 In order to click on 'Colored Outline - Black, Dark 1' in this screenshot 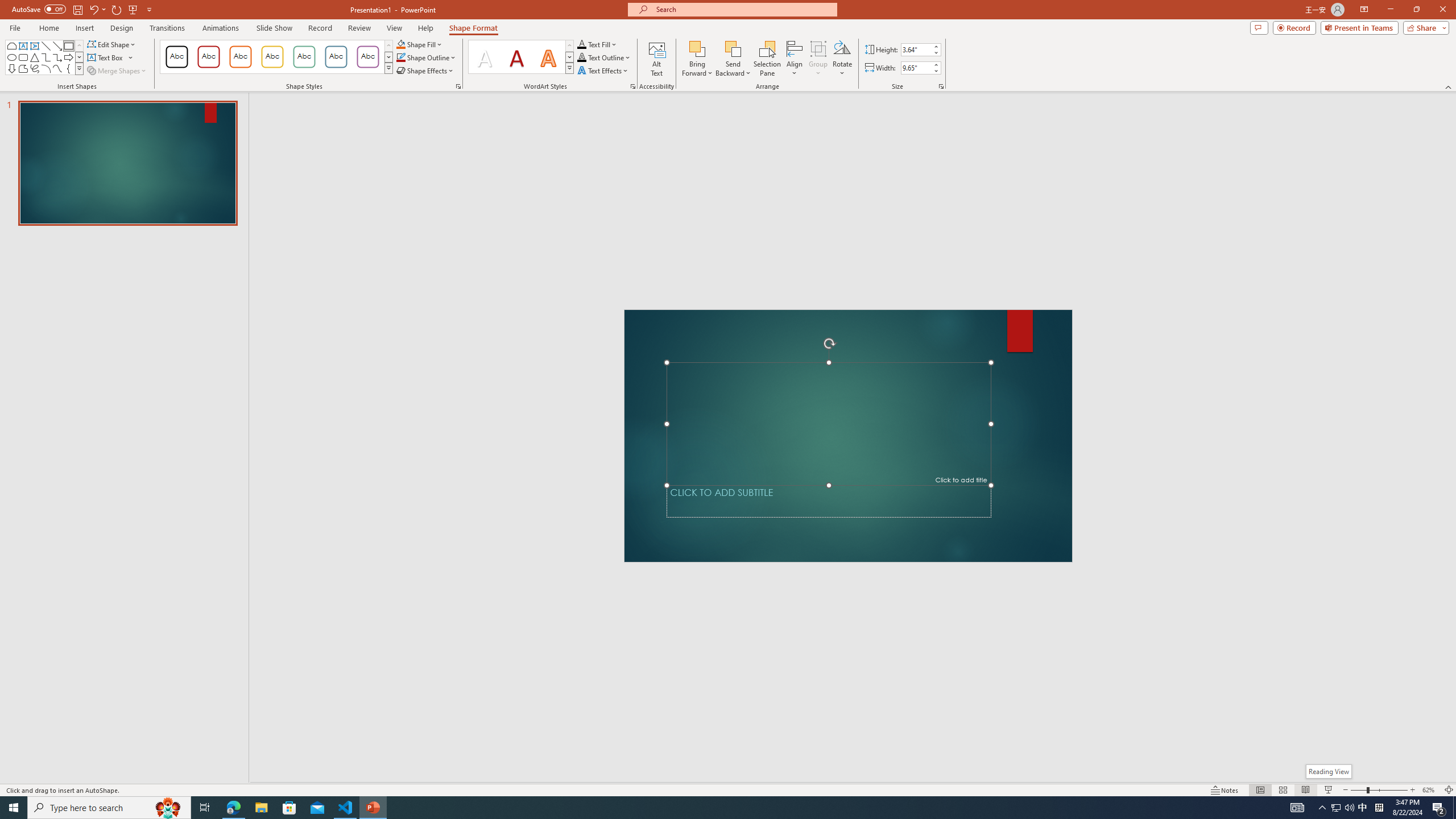, I will do `click(176, 56)`.